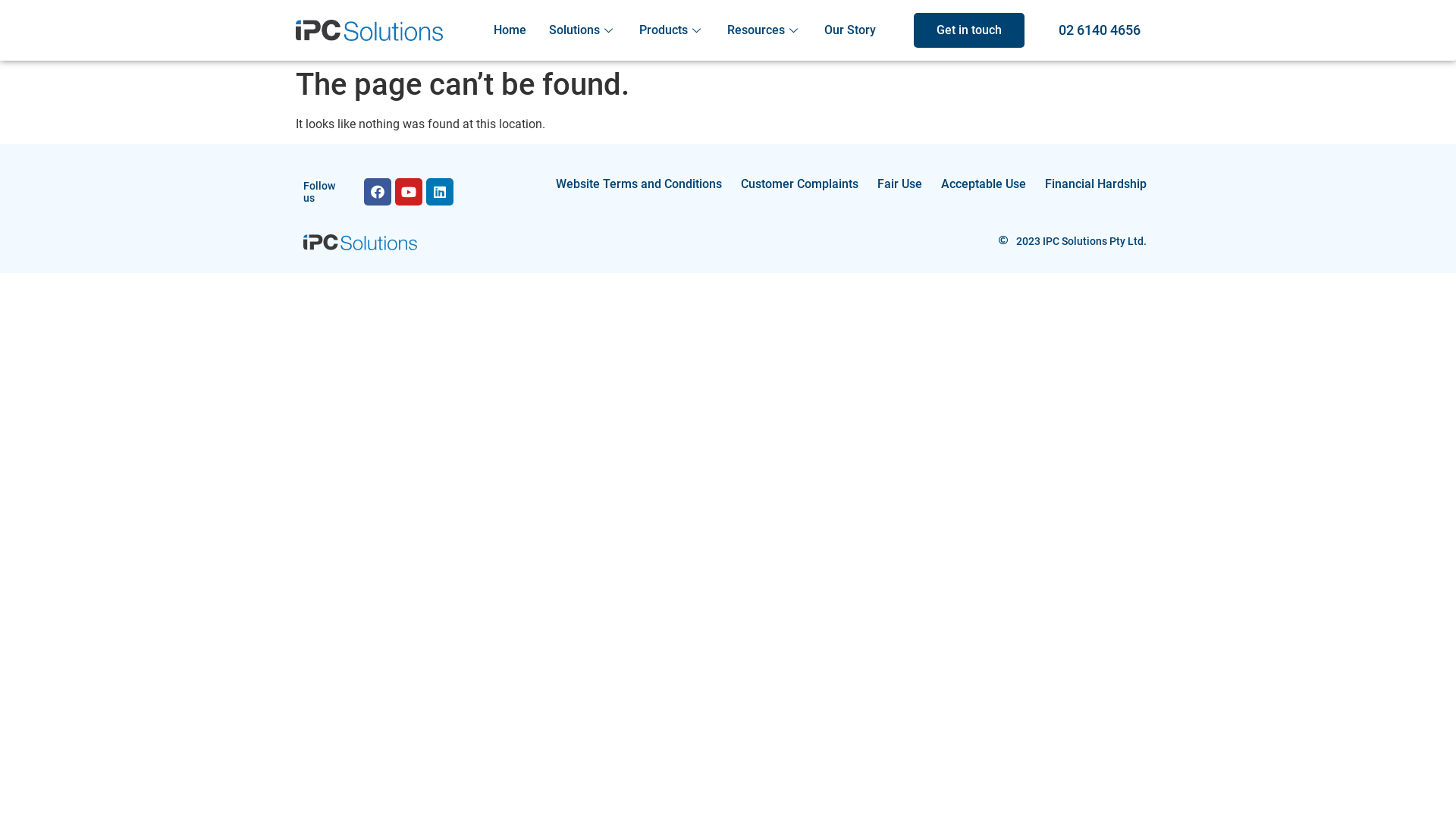 The image size is (1456, 819). What do you see at coordinates (1095, 184) in the screenshot?
I see `'Financial Hardship'` at bounding box center [1095, 184].